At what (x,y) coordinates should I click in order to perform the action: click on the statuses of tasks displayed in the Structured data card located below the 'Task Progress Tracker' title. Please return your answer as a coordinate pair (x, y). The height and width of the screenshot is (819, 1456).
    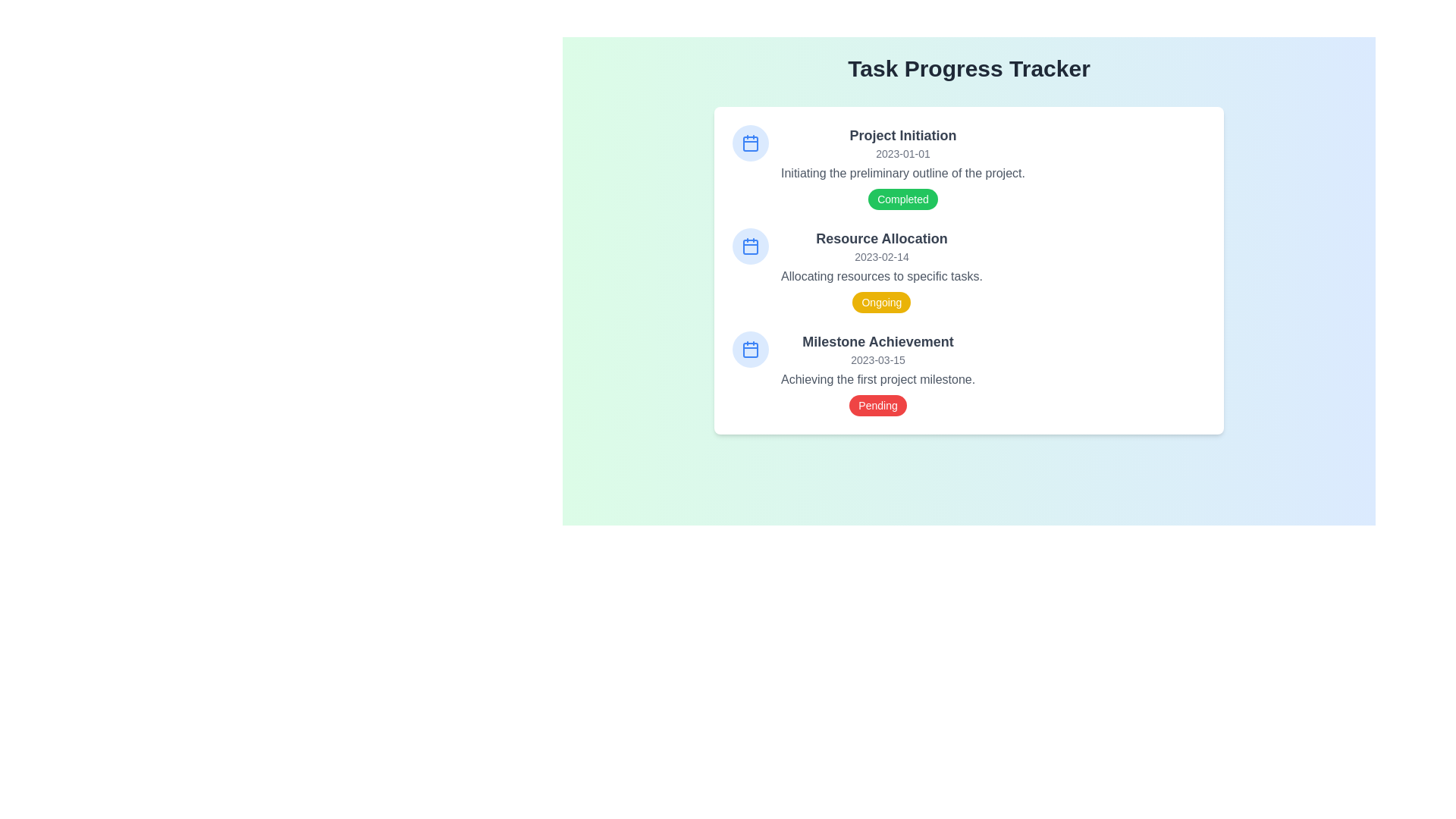
    Looking at the image, I should click on (968, 270).